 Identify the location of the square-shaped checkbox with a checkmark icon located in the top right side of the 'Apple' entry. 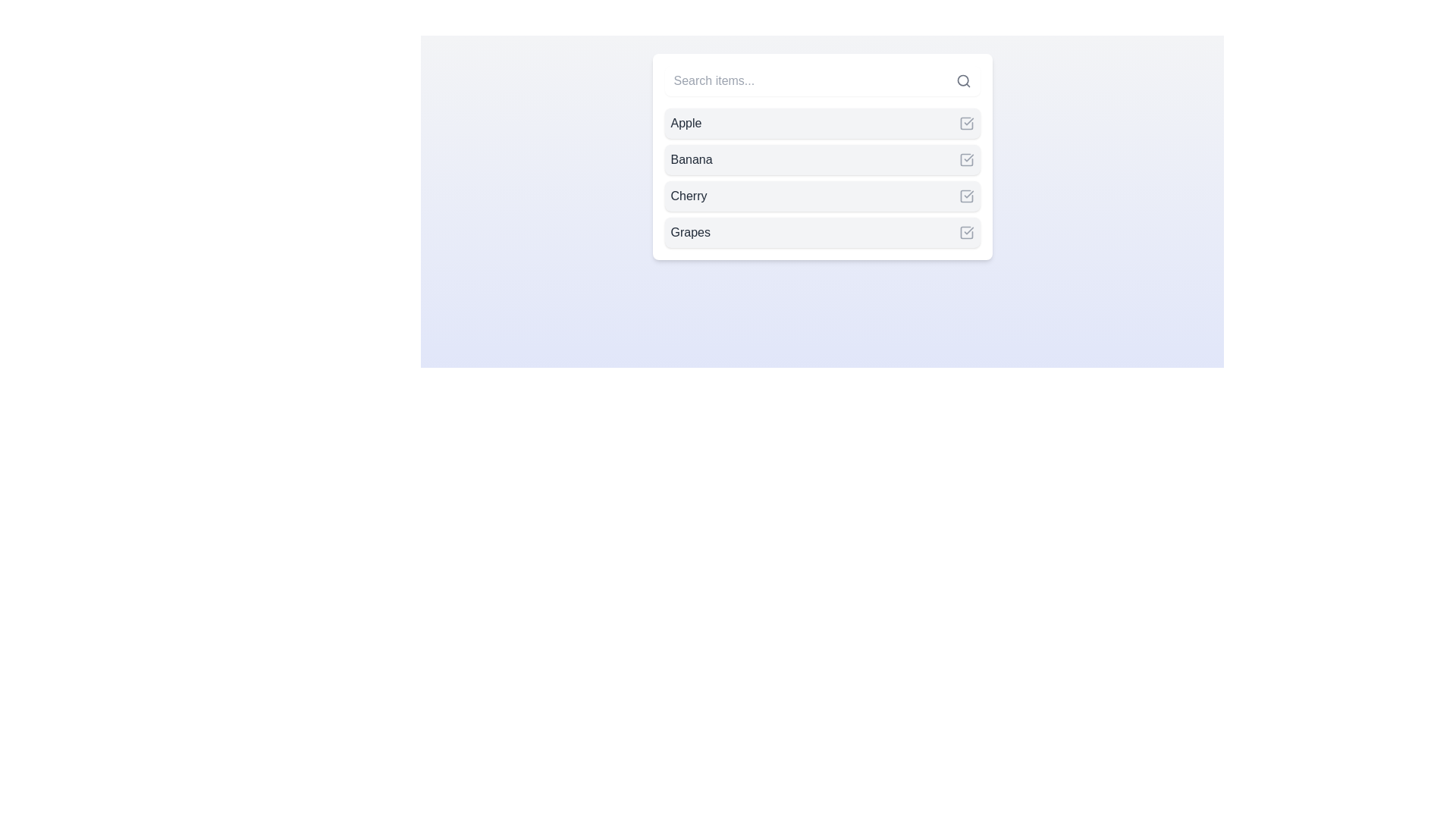
(965, 122).